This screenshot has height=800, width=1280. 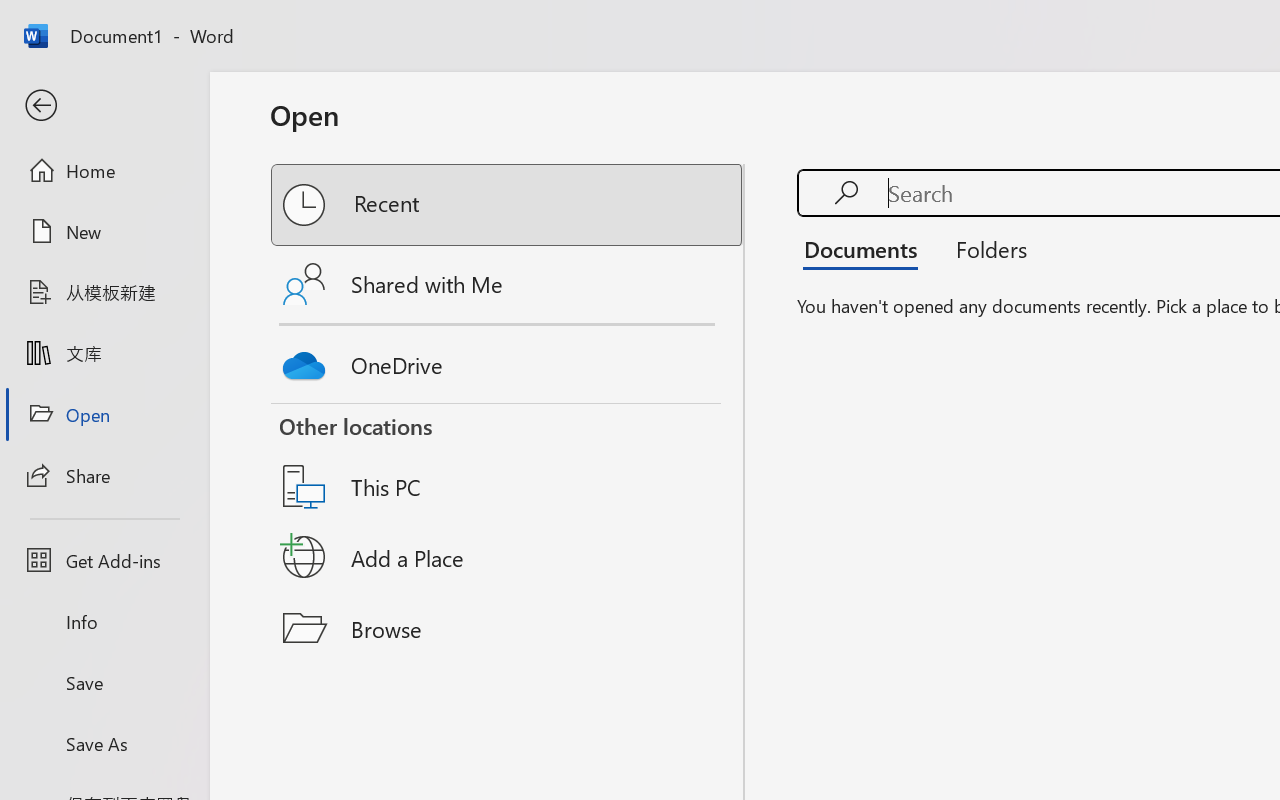 I want to click on 'Documents', so click(x=866, y=248).